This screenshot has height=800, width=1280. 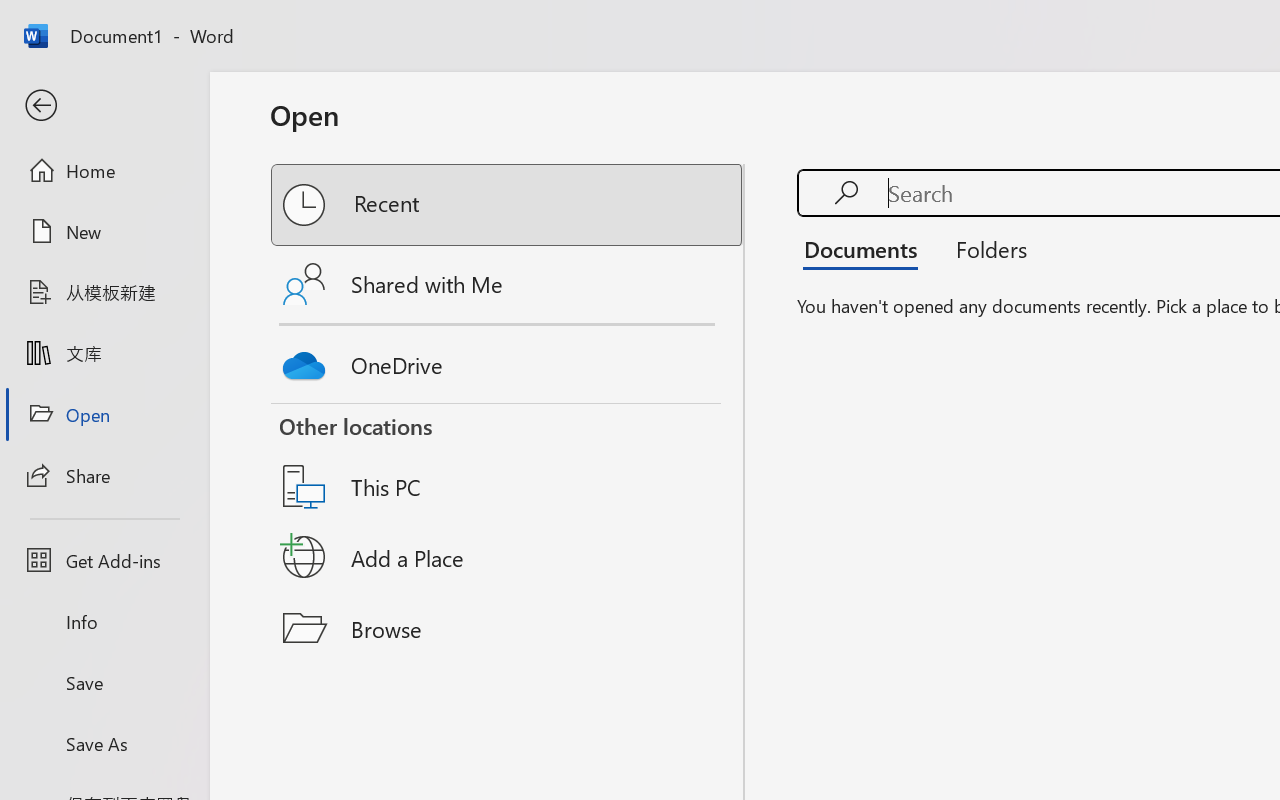 I want to click on 'Documents', so click(x=866, y=248).